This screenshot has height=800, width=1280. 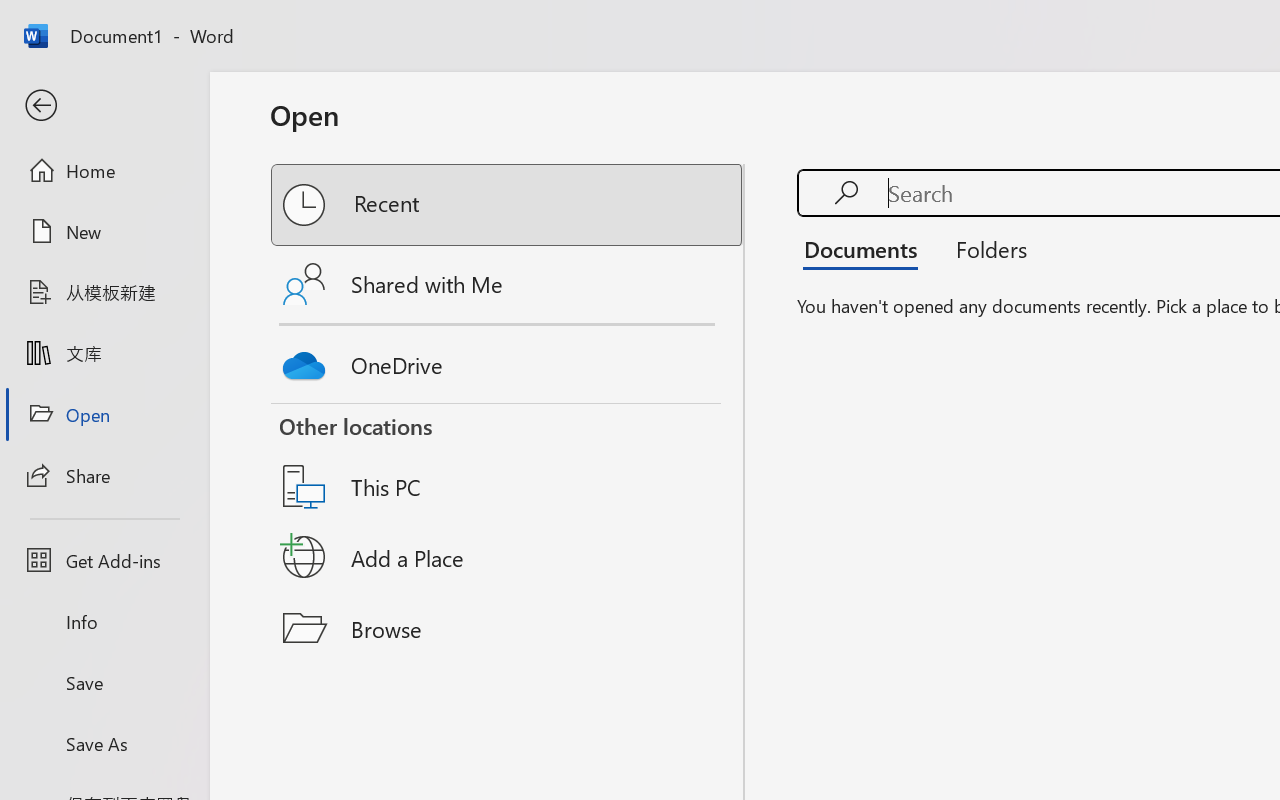 I want to click on 'Documents', so click(x=866, y=248).